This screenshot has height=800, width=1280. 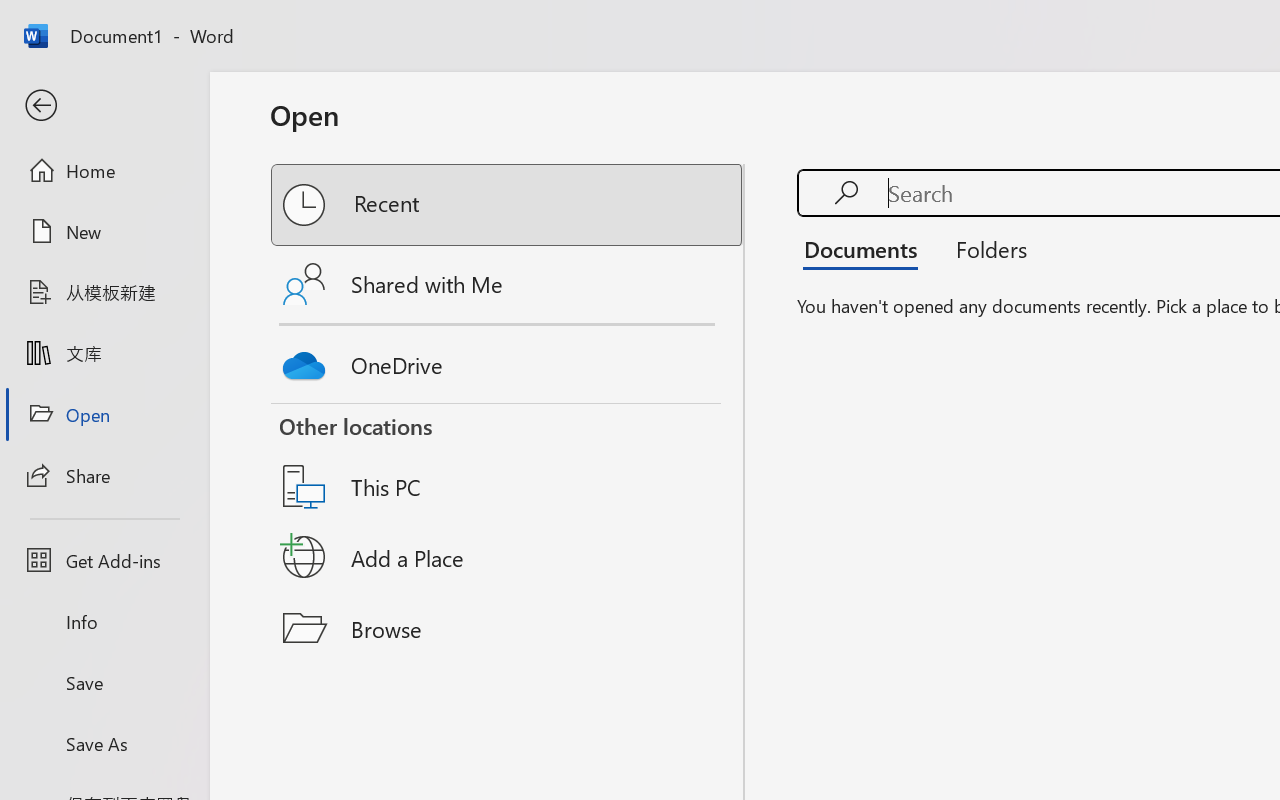 I want to click on 'Documents', so click(x=866, y=248).